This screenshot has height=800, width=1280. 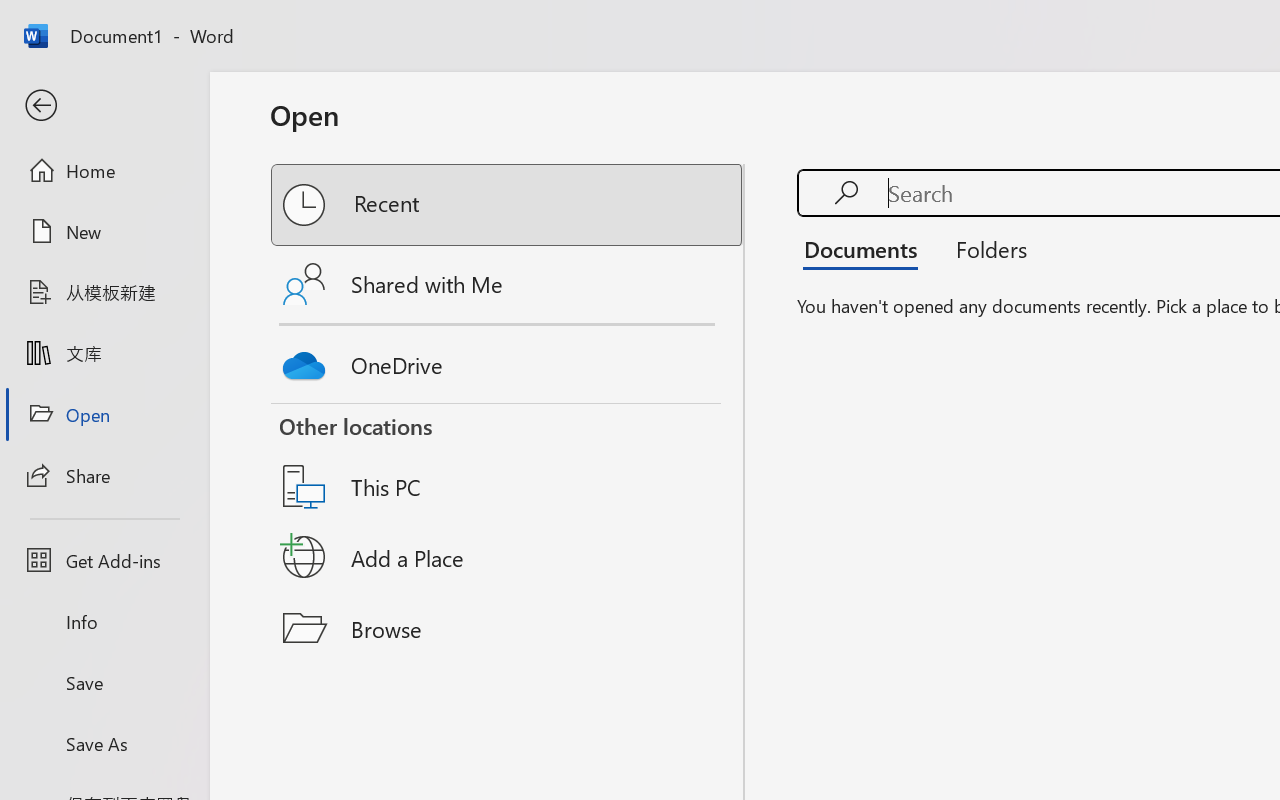 I want to click on 'Documents', so click(x=866, y=248).